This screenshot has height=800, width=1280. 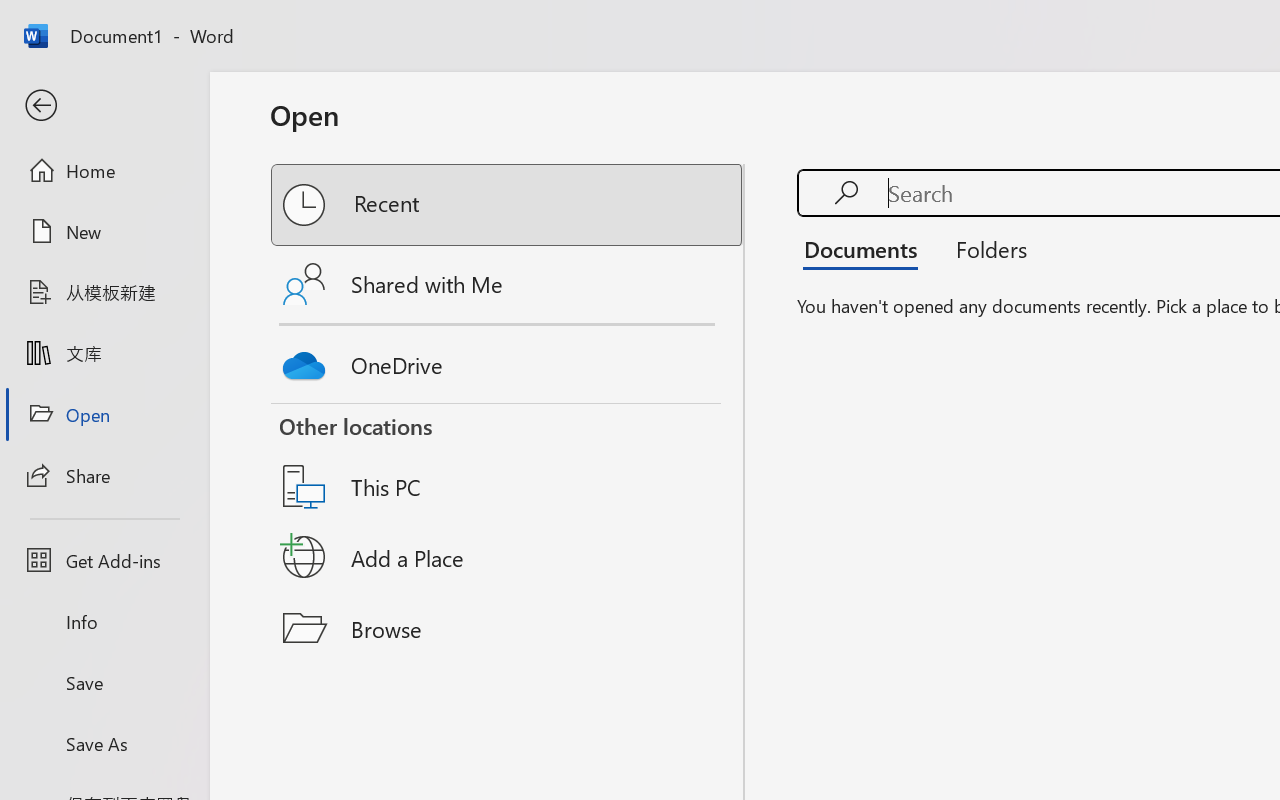 I want to click on 'Documents', so click(x=866, y=248).